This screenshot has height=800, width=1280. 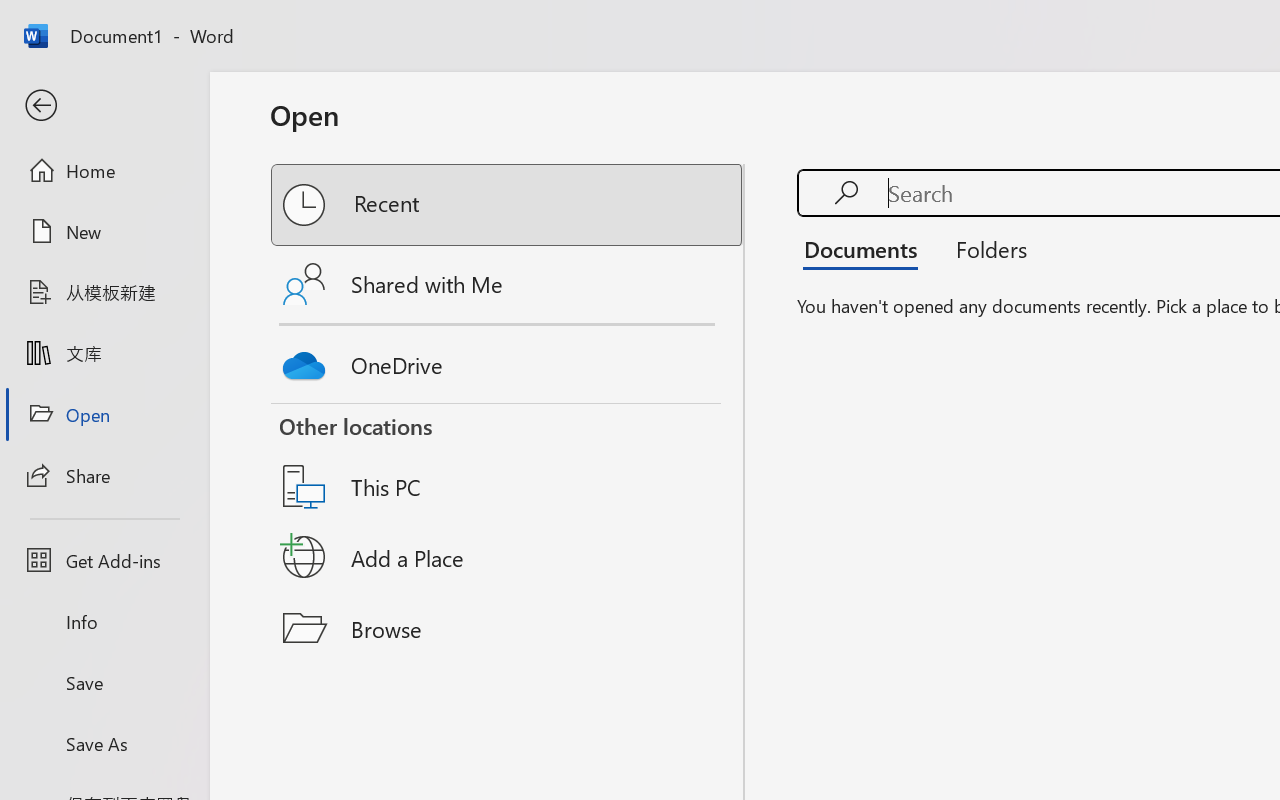 I want to click on 'Documents', so click(x=866, y=248).